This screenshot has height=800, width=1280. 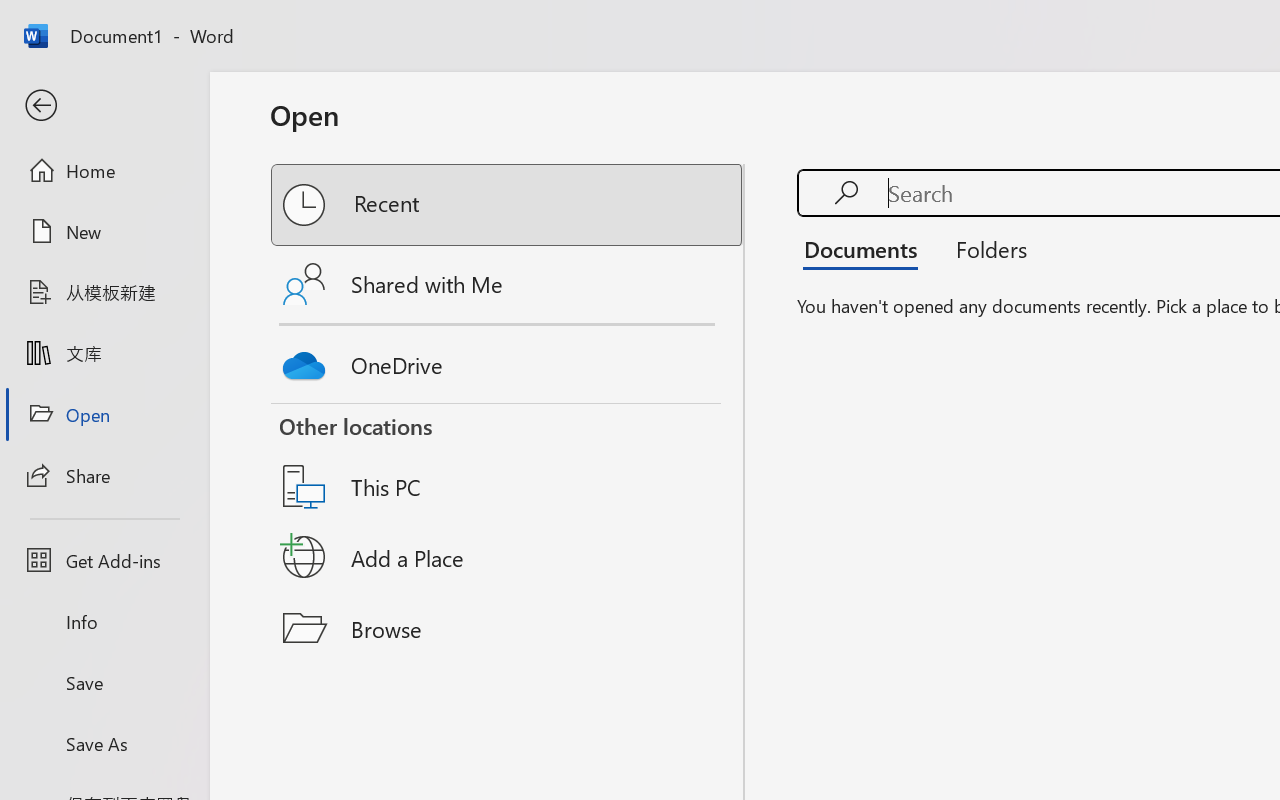 I want to click on 'Documents', so click(x=866, y=248).